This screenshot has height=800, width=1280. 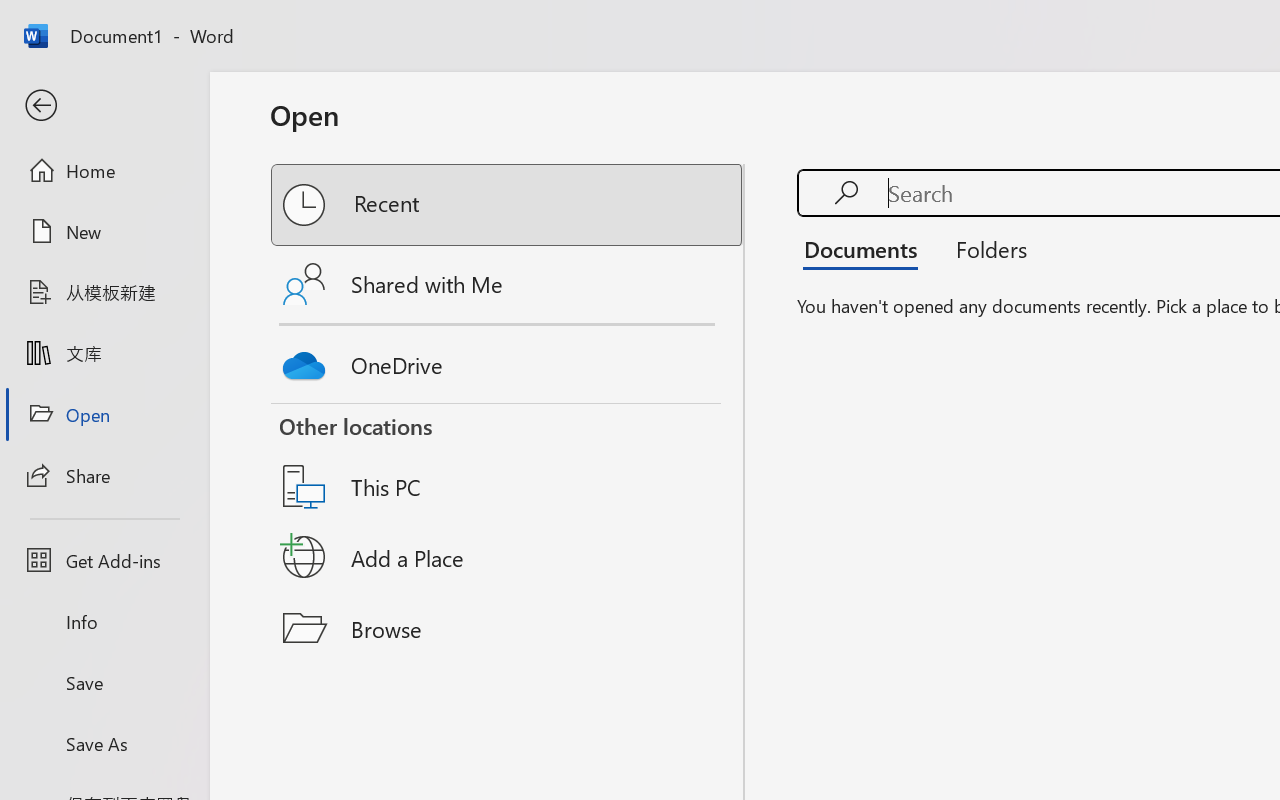 I want to click on 'Documents', so click(x=866, y=248).